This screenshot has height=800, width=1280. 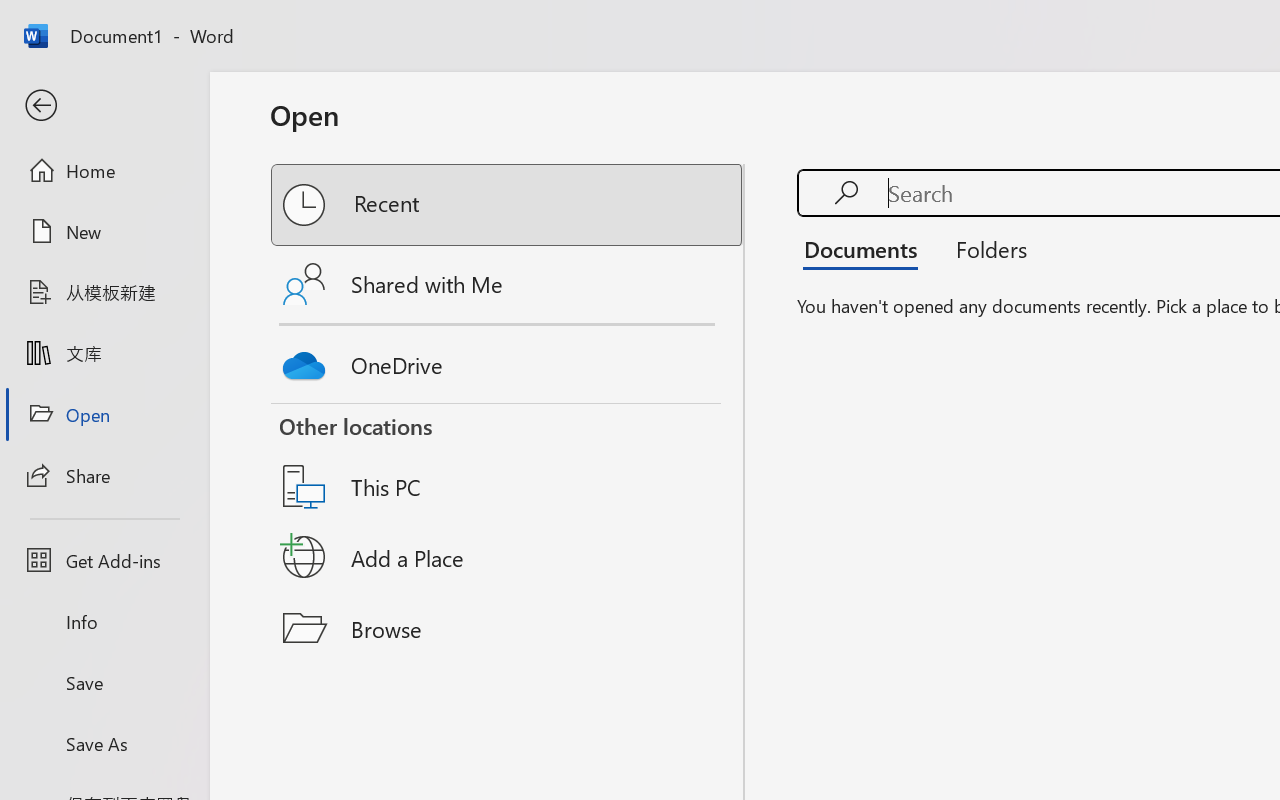 I want to click on 'Documents', so click(x=866, y=248).